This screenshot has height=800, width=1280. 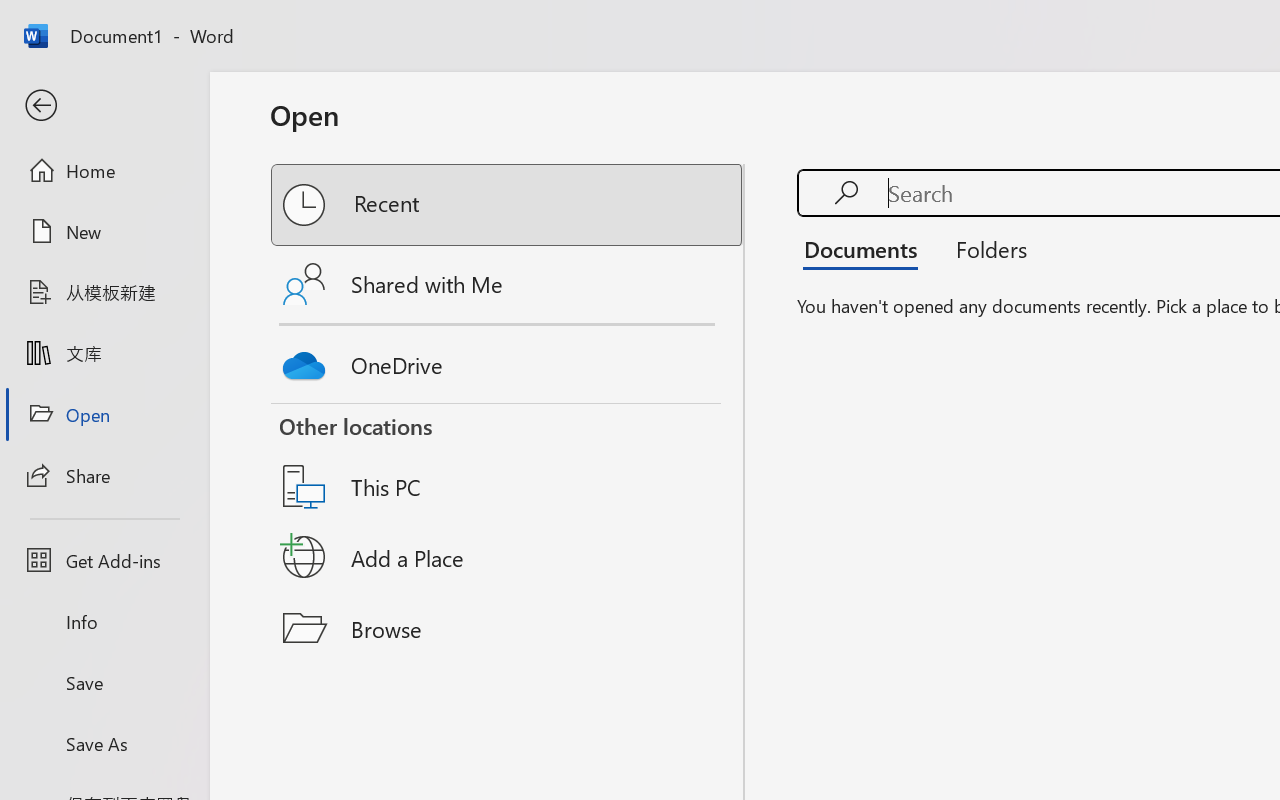 I want to click on 'Documents', so click(x=866, y=248).